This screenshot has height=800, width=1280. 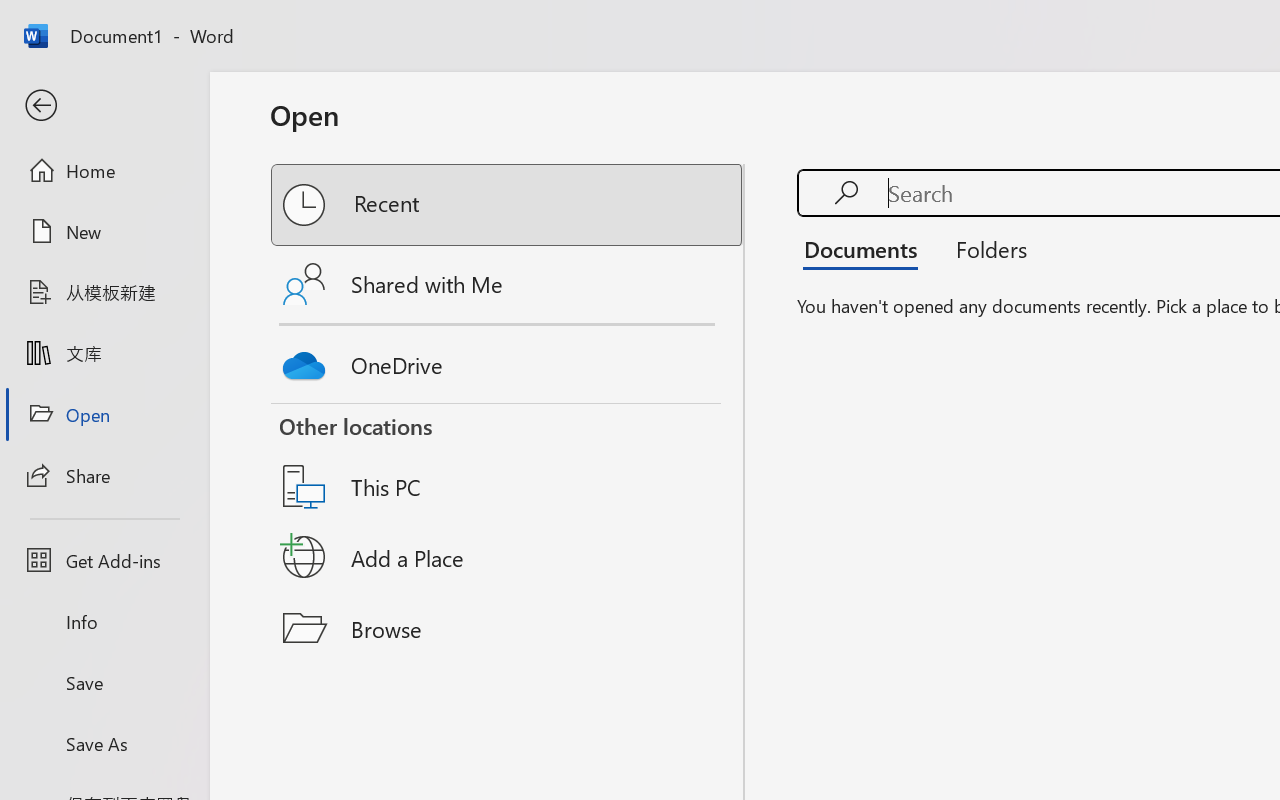 I want to click on 'Documents', so click(x=866, y=248).